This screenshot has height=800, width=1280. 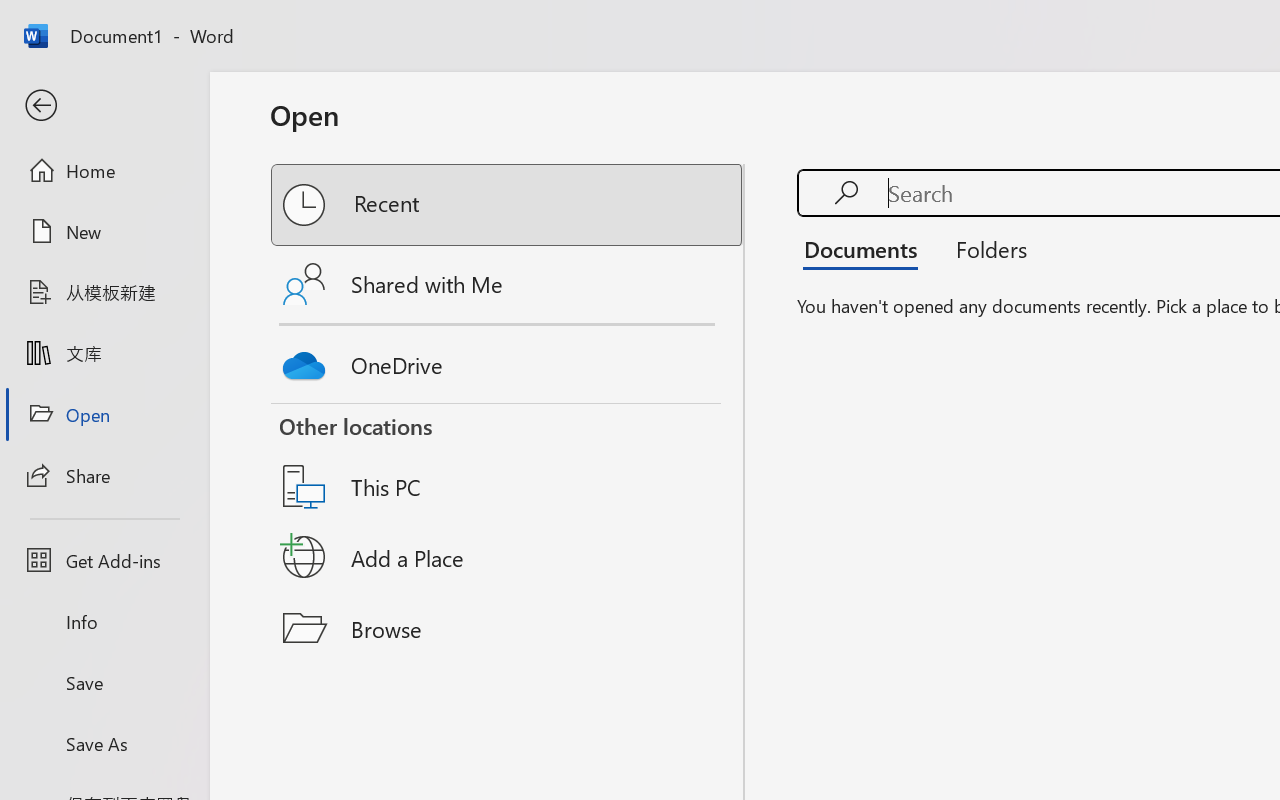 I want to click on 'Documents', so click(x=866, y=248).